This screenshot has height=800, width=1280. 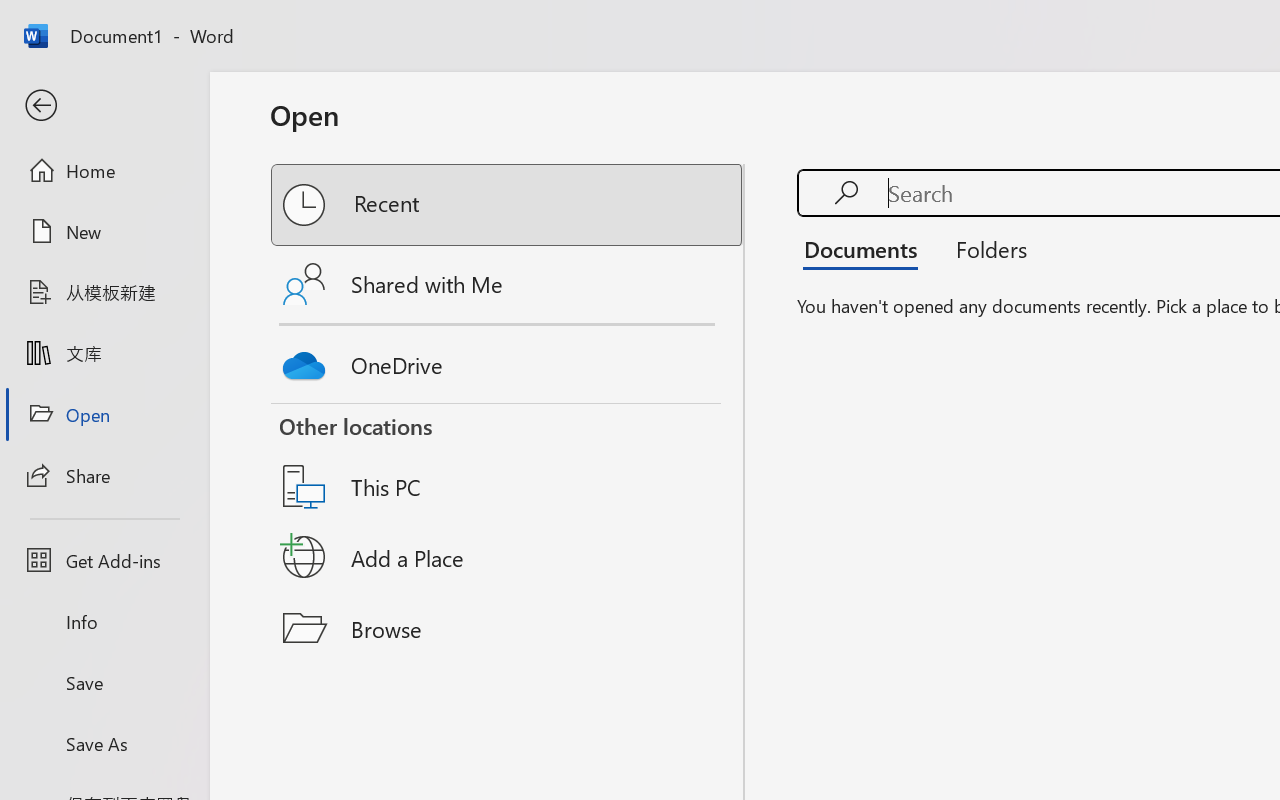 I want to click on 'Documents', so click(x=866, y=248).